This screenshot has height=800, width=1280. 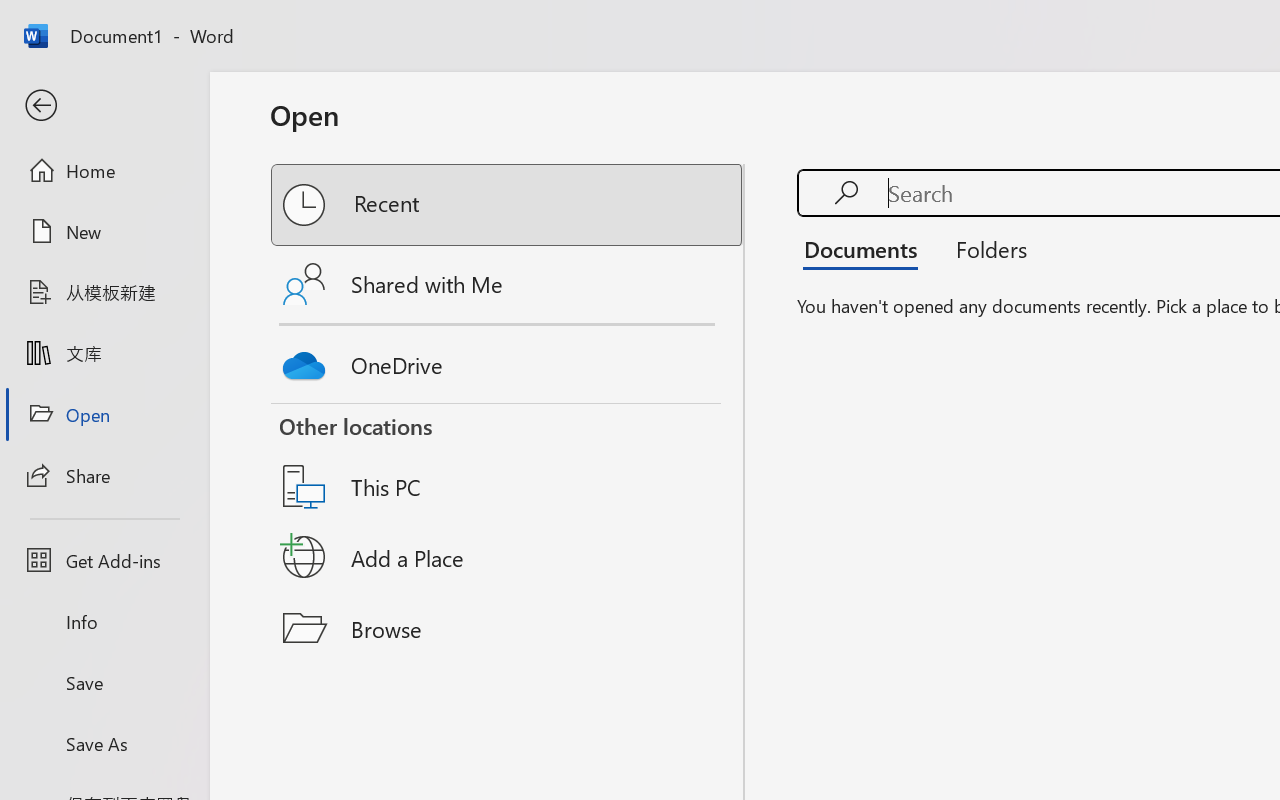 I want to click on 'Documents', so click(x=866, y=248).